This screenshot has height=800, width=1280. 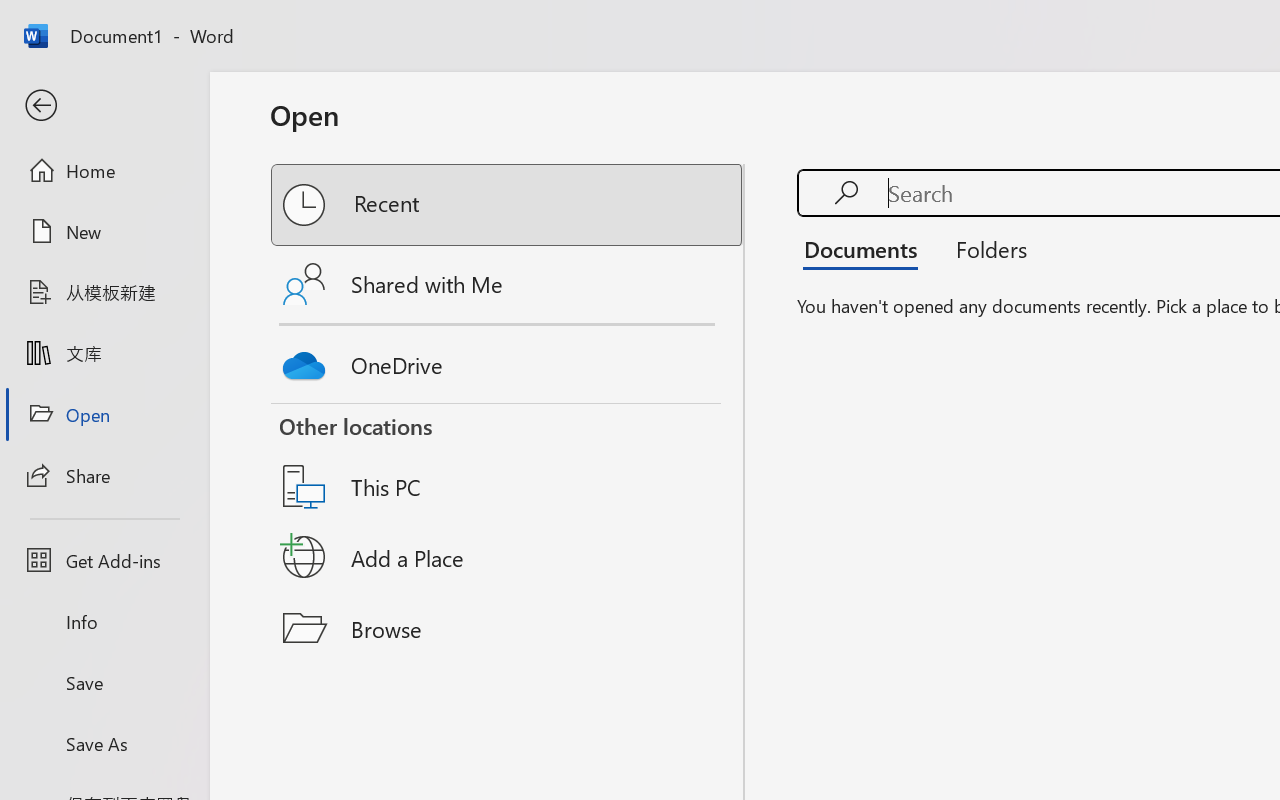 I want to click on 'Documents', so click(x=866, y=248).